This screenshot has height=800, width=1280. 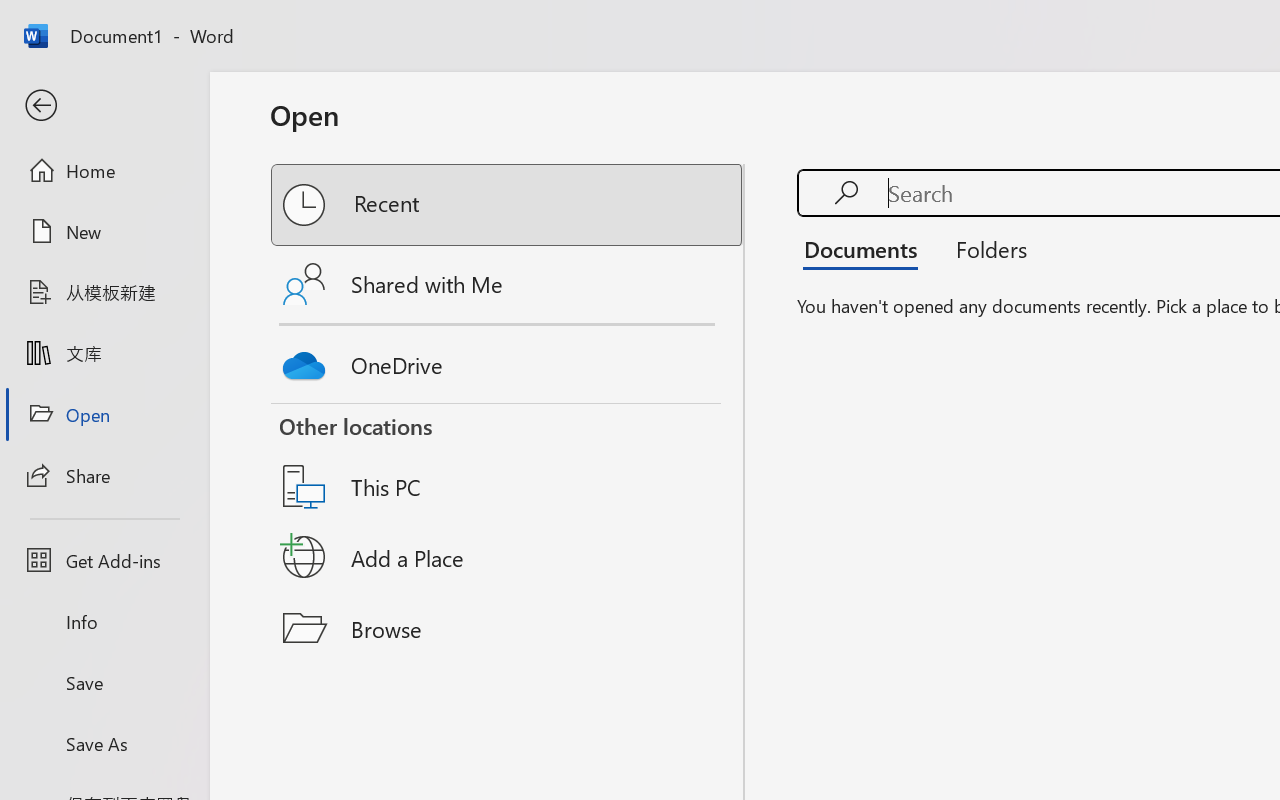 I want to click on 'Documents', so click(x=866, y=248).